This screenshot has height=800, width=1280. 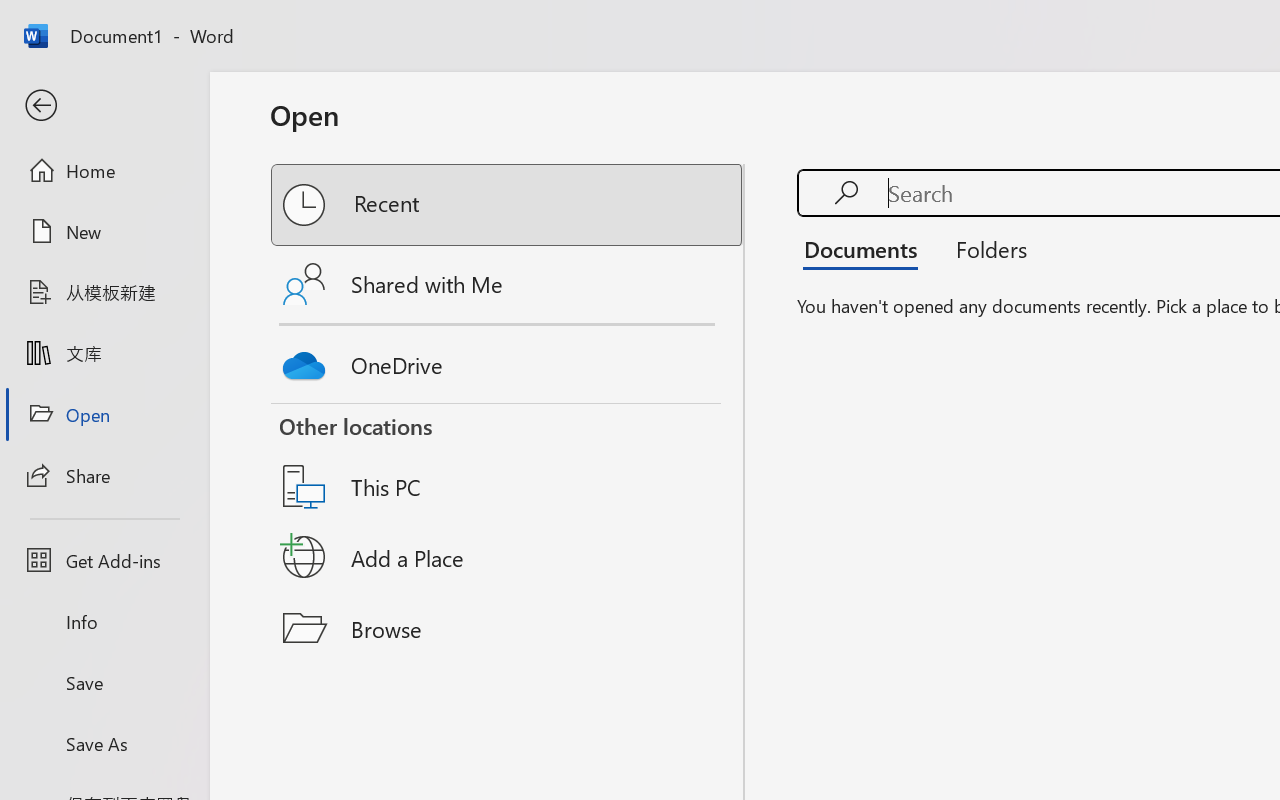 I want to click on 'Documents', so click(x=866, y=248).